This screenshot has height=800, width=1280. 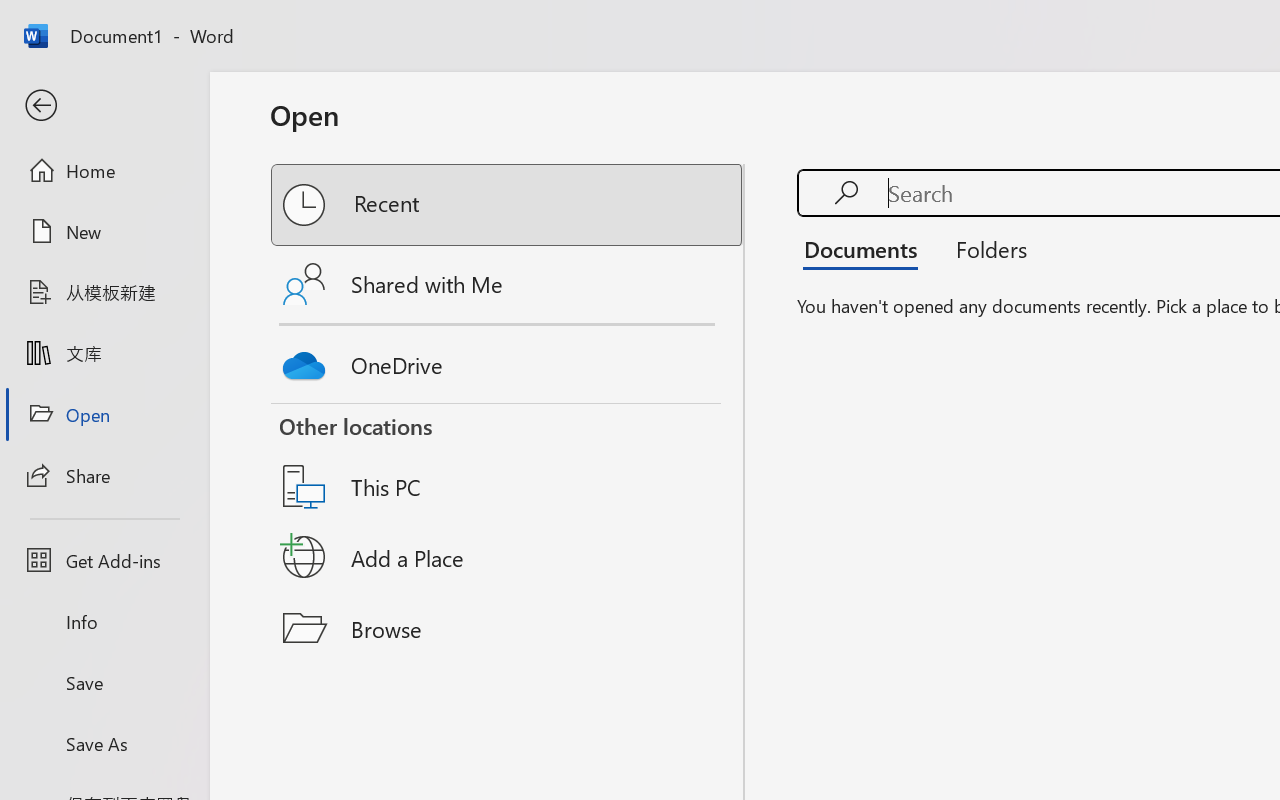 I want to click on 'Documents', so click(x=866, y=248).